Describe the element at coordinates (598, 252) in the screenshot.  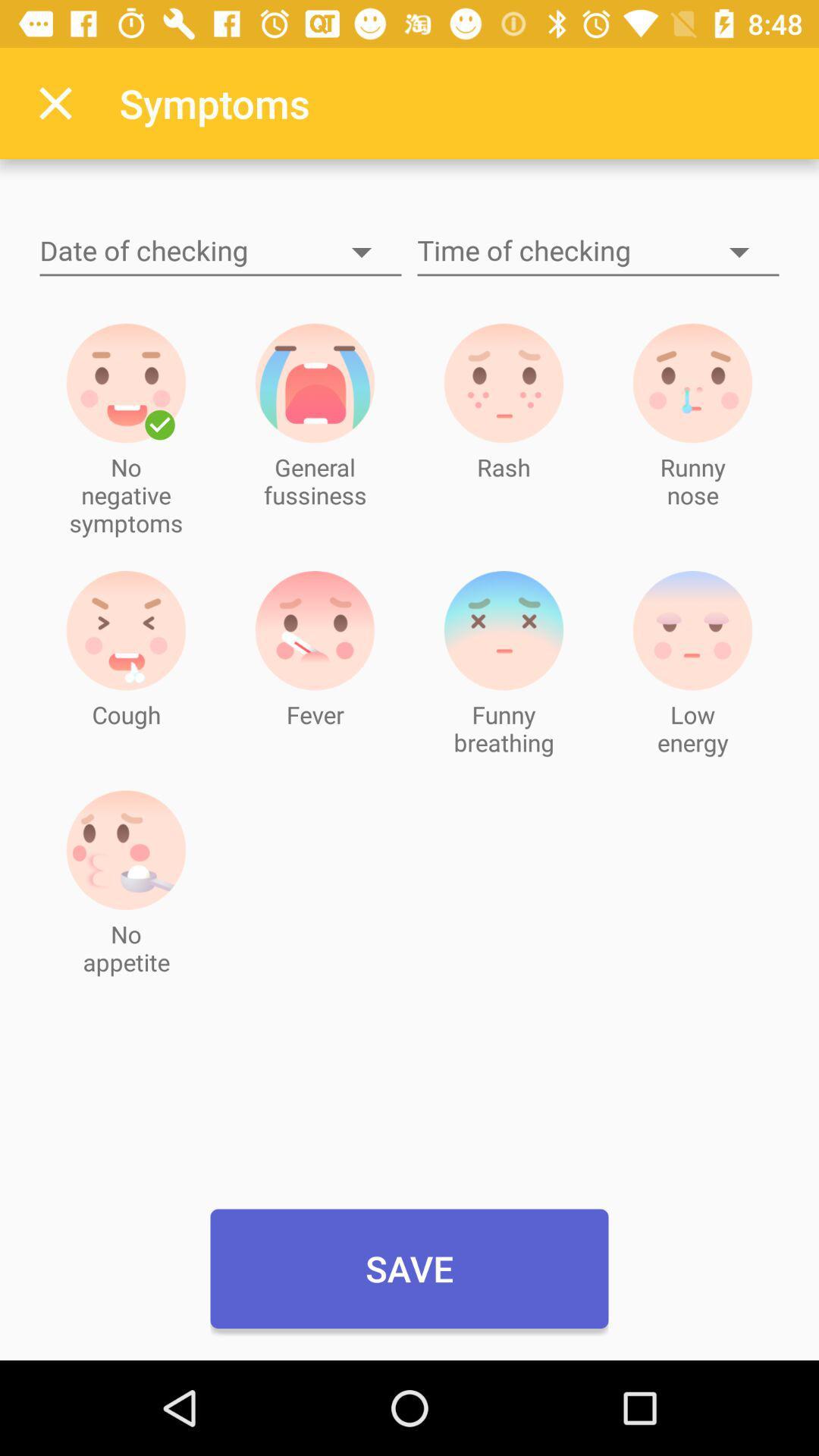
I see `the time` at that location.